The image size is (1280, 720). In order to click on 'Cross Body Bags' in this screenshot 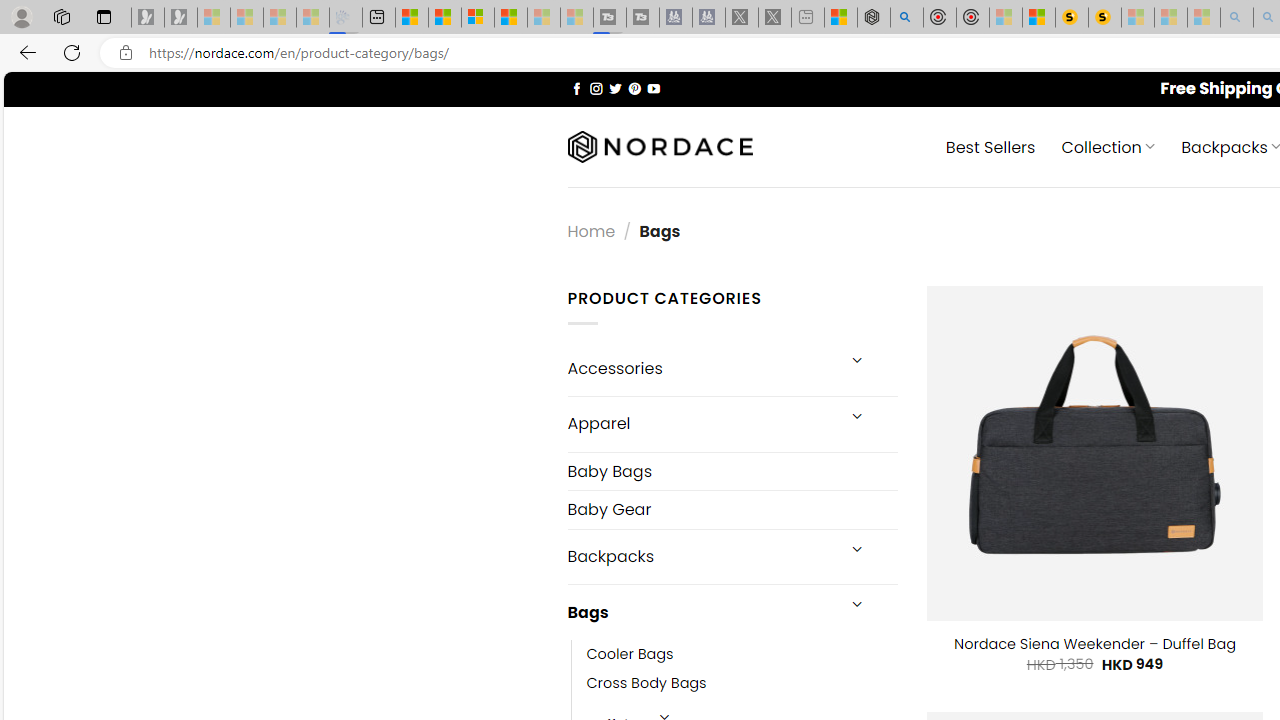, I will do `click(646, 683)`.